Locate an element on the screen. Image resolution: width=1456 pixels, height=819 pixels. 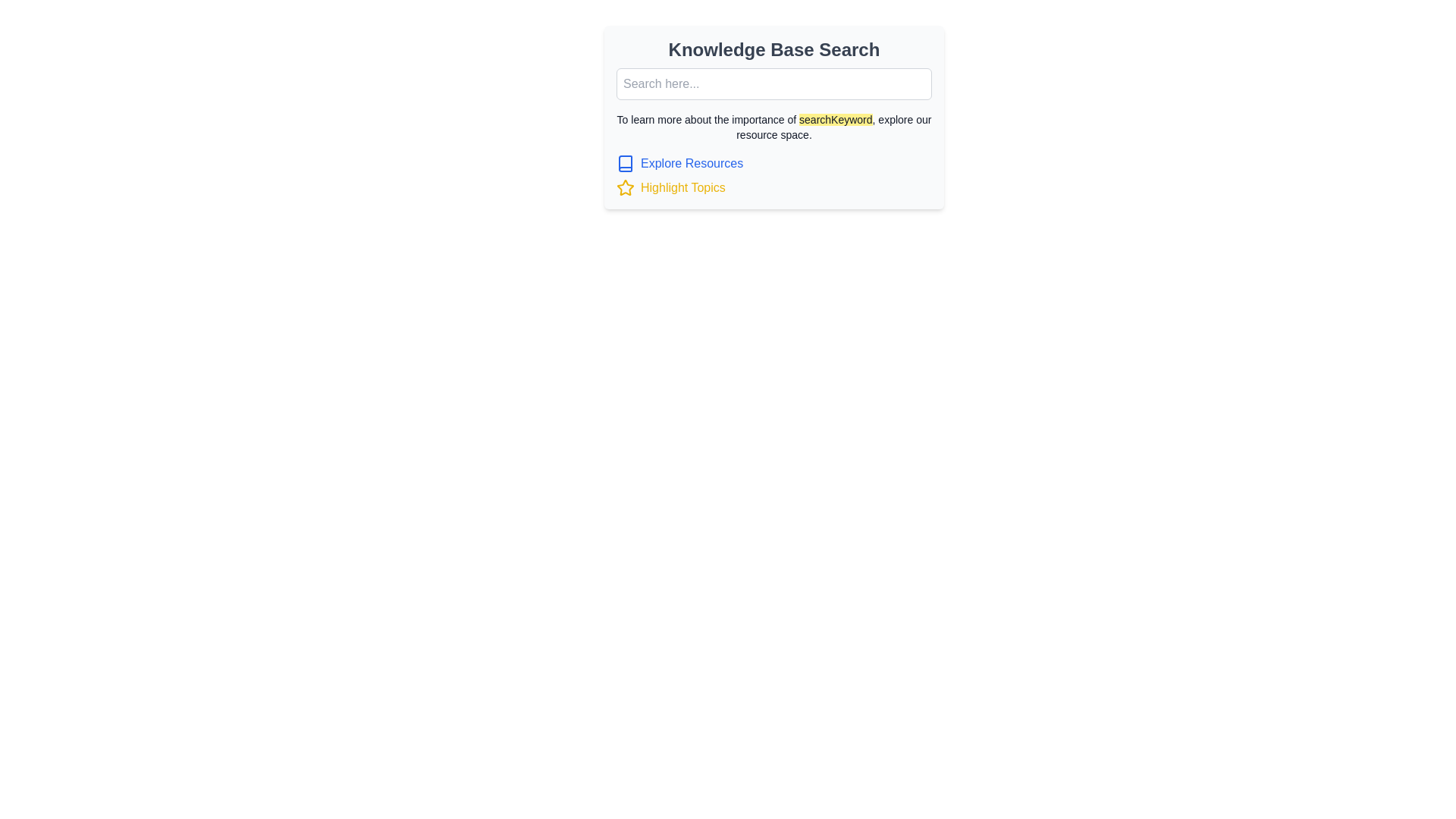
the icon that represents a symbolic indicator for highlighted topics, which is located to the left of the text 'Highlight Topics' is located at coordinates (626, 187).